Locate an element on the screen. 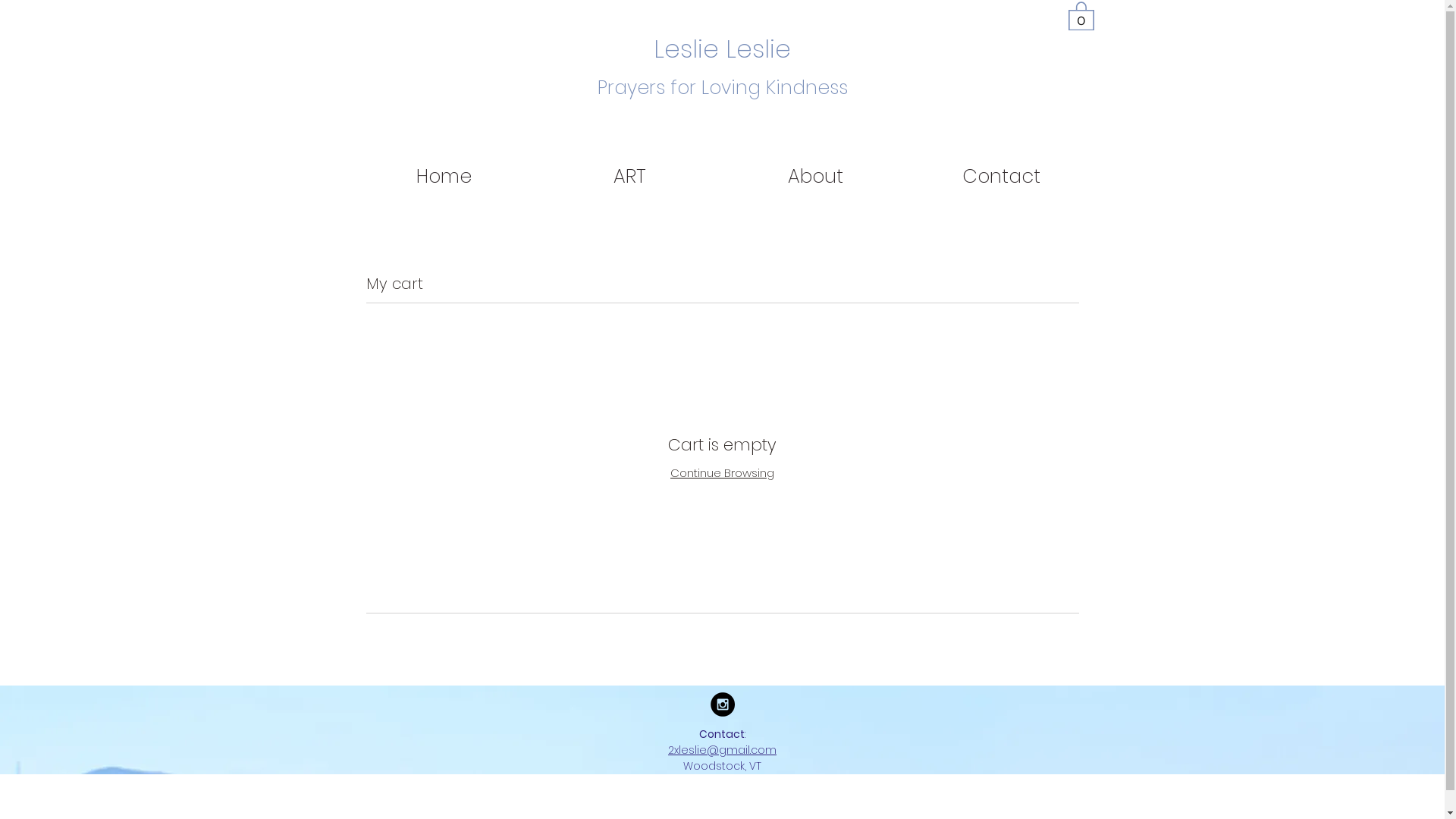 The height and width of the screenshot is (819, 1456). '2xleslie@gmail.com' is located at coordinates (721, 748).